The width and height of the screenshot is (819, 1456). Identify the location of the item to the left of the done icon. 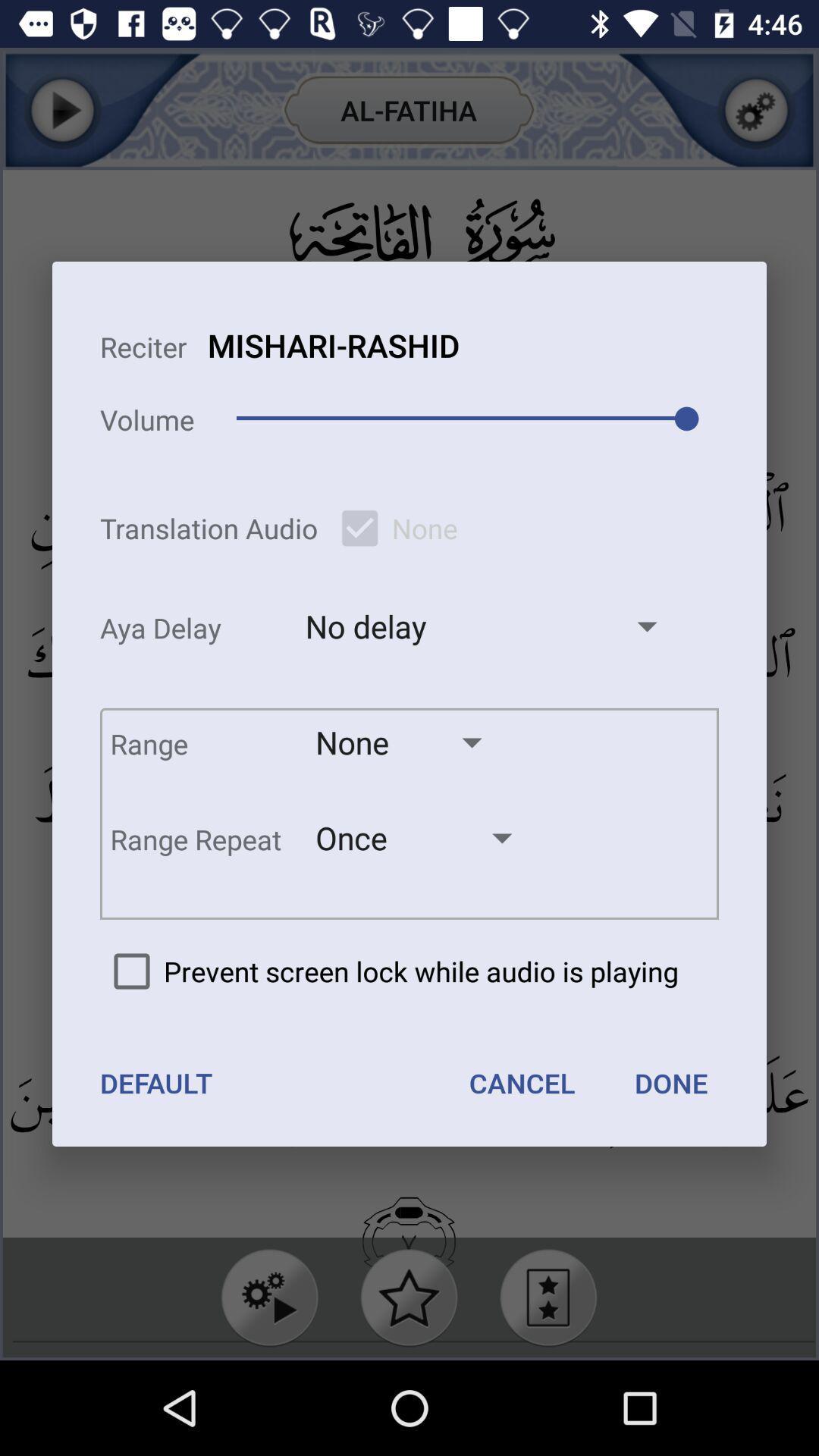
(521, 1082).